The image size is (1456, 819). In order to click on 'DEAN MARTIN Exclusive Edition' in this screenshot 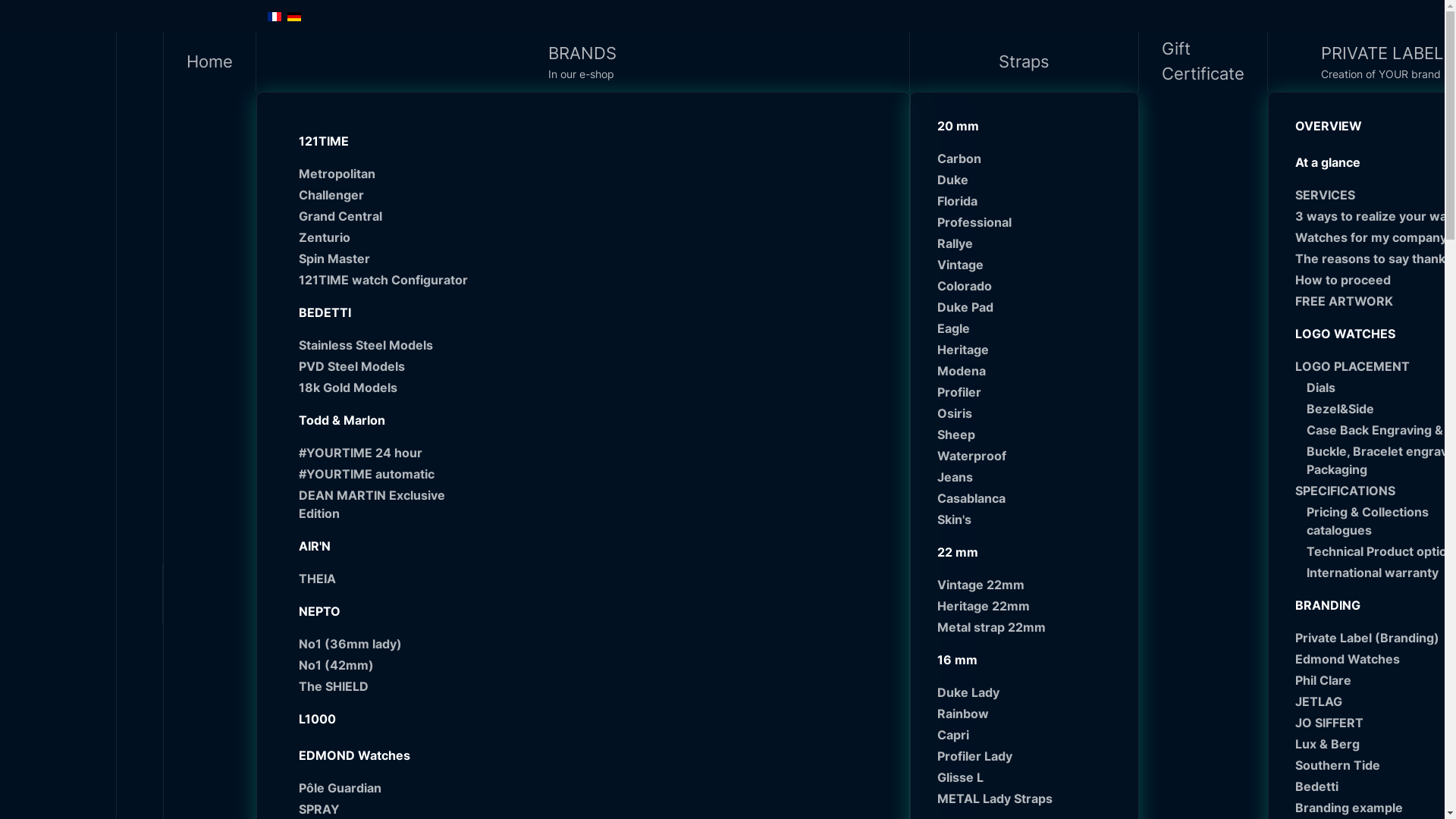, I will do `click(384, 504)`.